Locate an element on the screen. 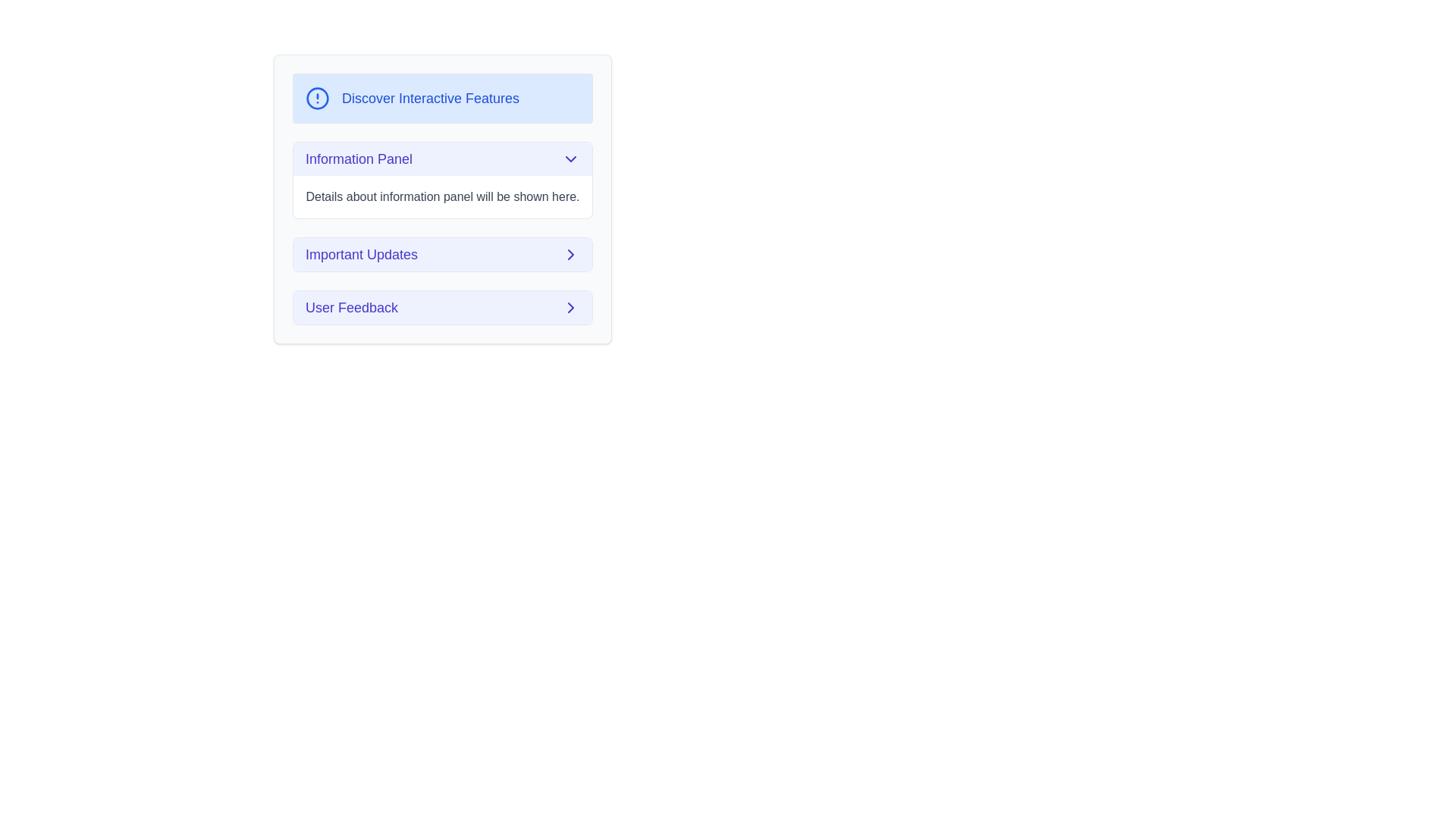  the title 'Information Panel' of the collapsible information panel with a rounded border and light background is located at coordinates (442, 180).